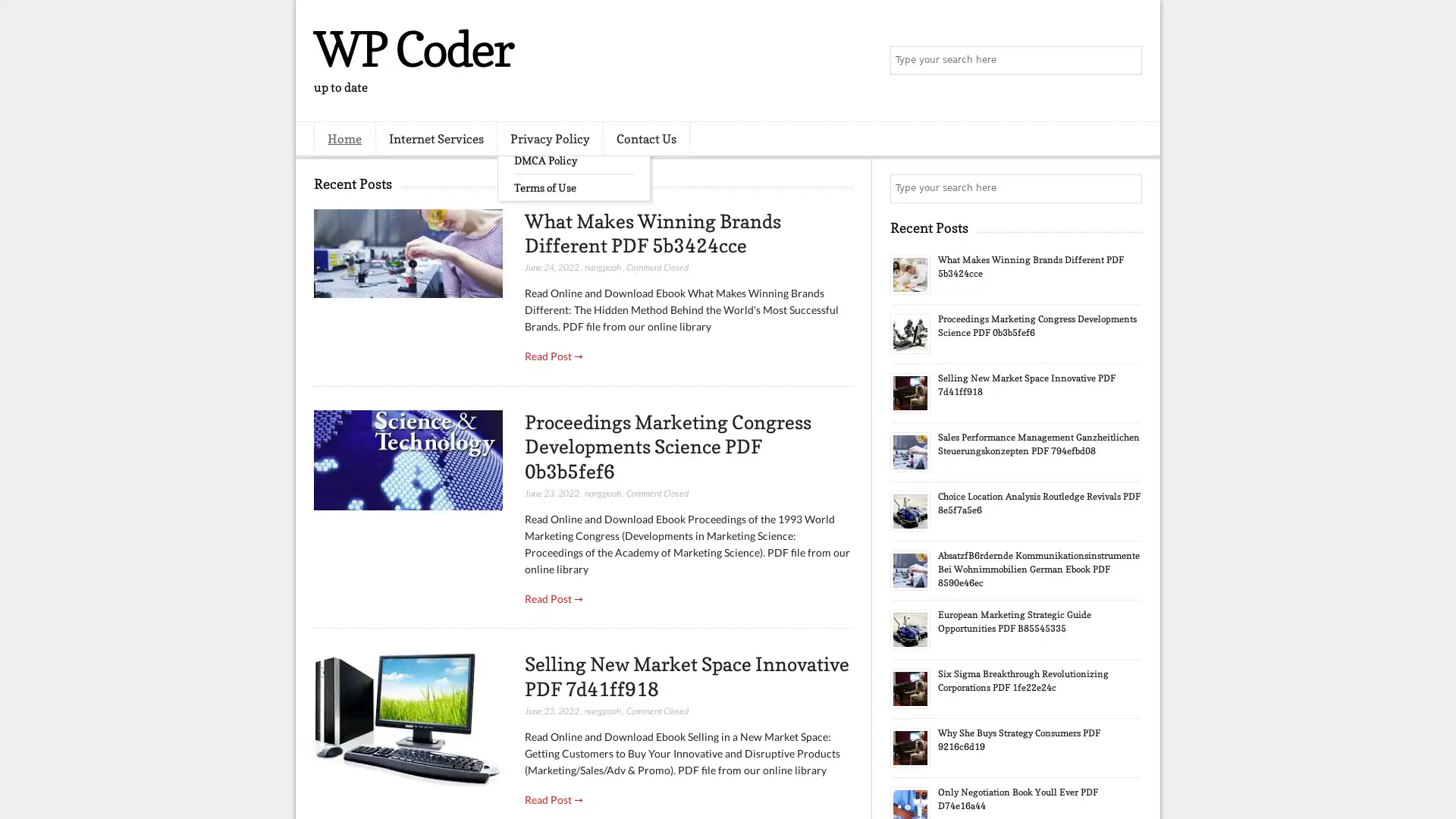 This screenshot has width=1456, height=819. What do you see at coordinates (1126, 188) in the screenshot?
I see `Search` at bounding box center [1126, 188].